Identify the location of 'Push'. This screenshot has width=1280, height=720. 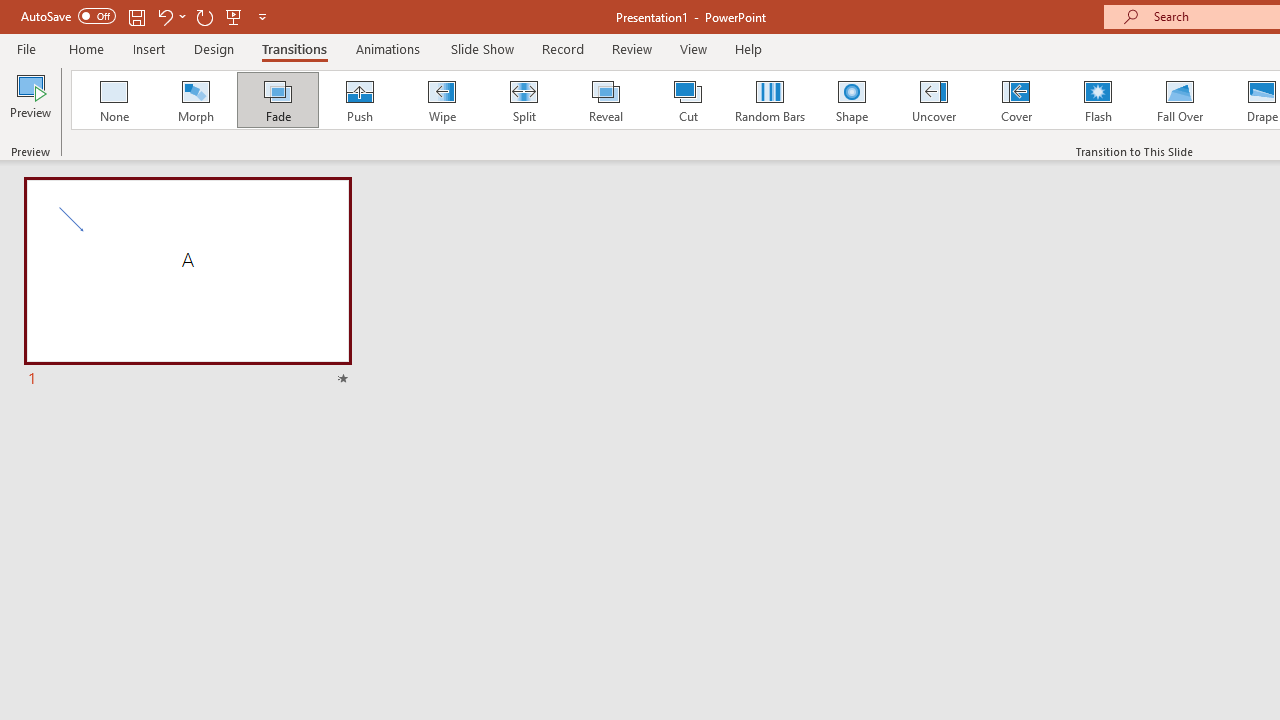
(359, 100).